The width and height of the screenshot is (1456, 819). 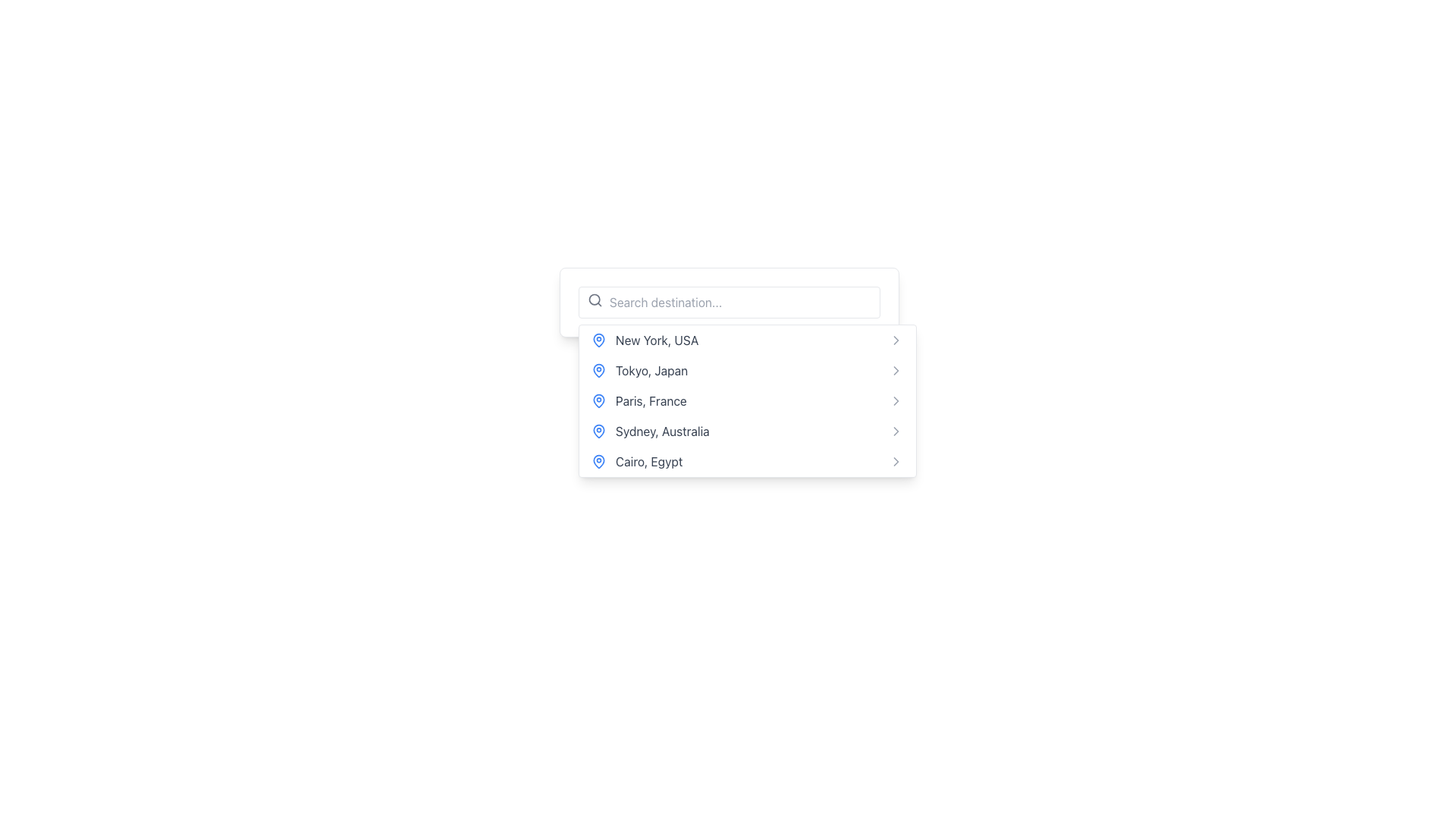 I want to click on the text label 'Paris, France' which is the third entry in the dropdown menu list, so click(x=651, y=400).